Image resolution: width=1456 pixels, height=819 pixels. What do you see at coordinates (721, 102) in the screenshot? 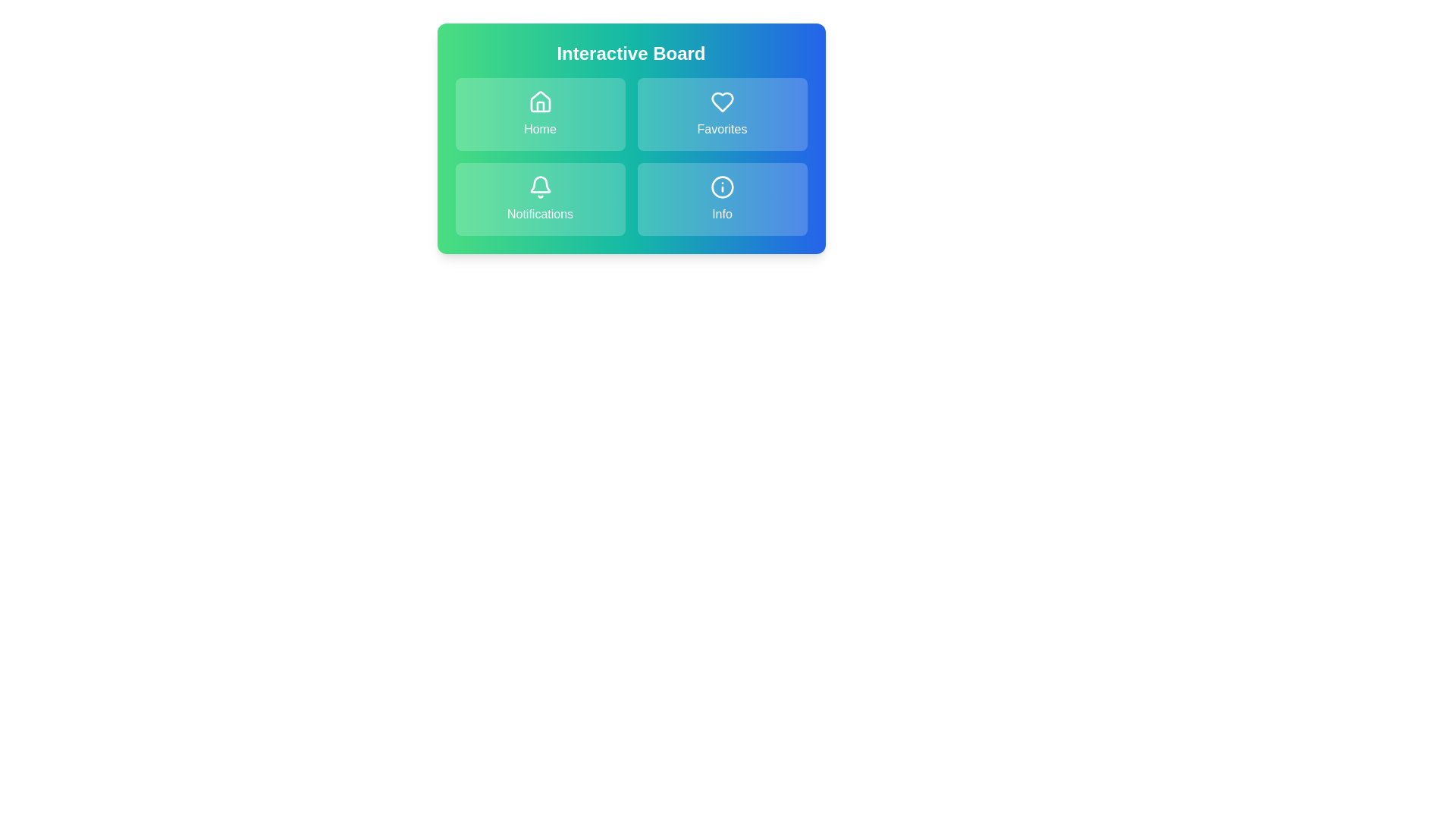
I see `the heart-shaped icon with a white outline located in the second column of the first row under the 'Interactive Board' heading` at bounding box center [721, 102].